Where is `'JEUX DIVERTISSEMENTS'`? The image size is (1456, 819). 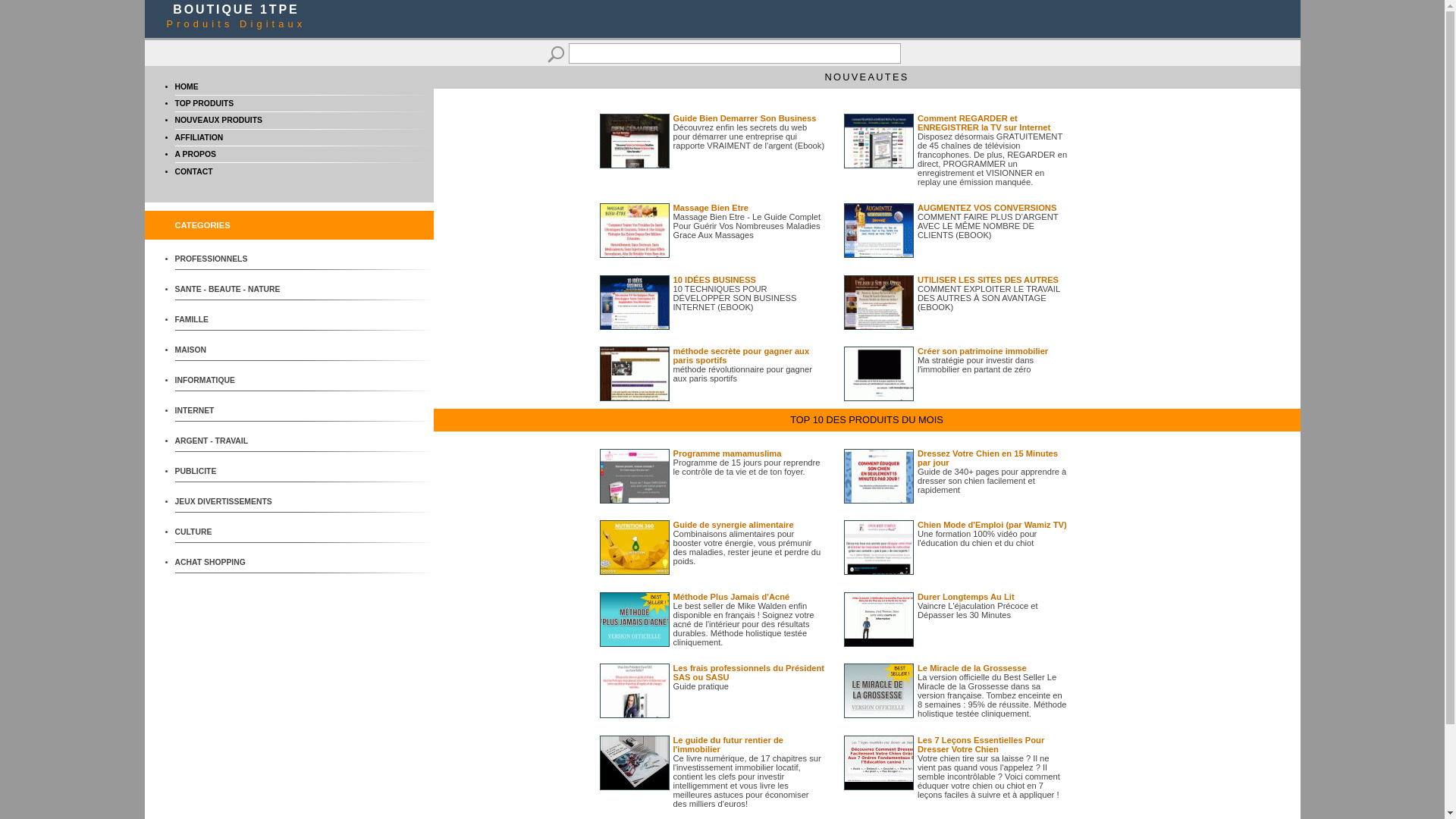
'JEUX DIVERTISSEMENTS' is located at coordinates (231, 501).